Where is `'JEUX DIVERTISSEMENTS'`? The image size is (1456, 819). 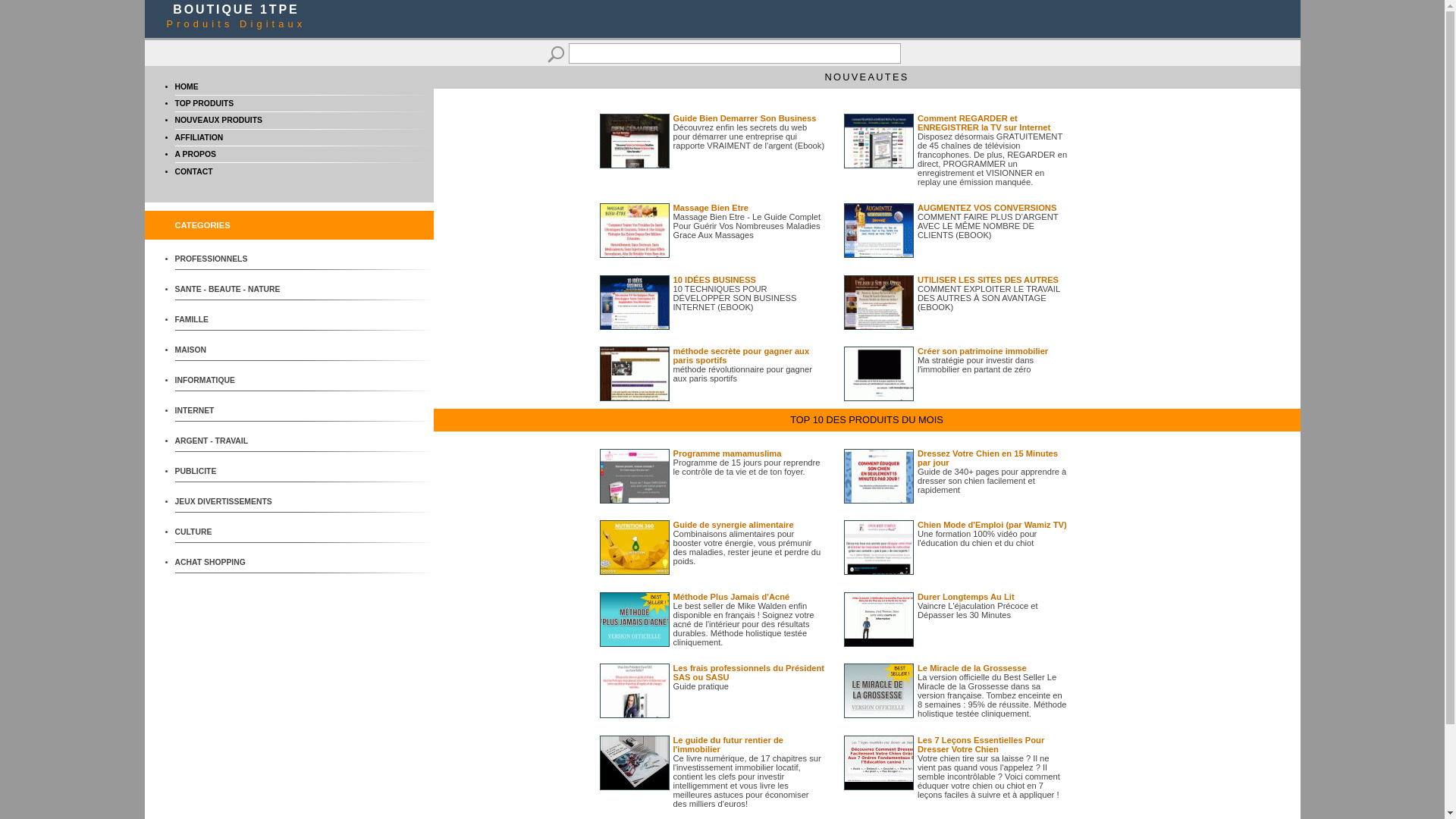
'JEUX DIVERTISSEMENTS' is located at coordinates (231, 501).